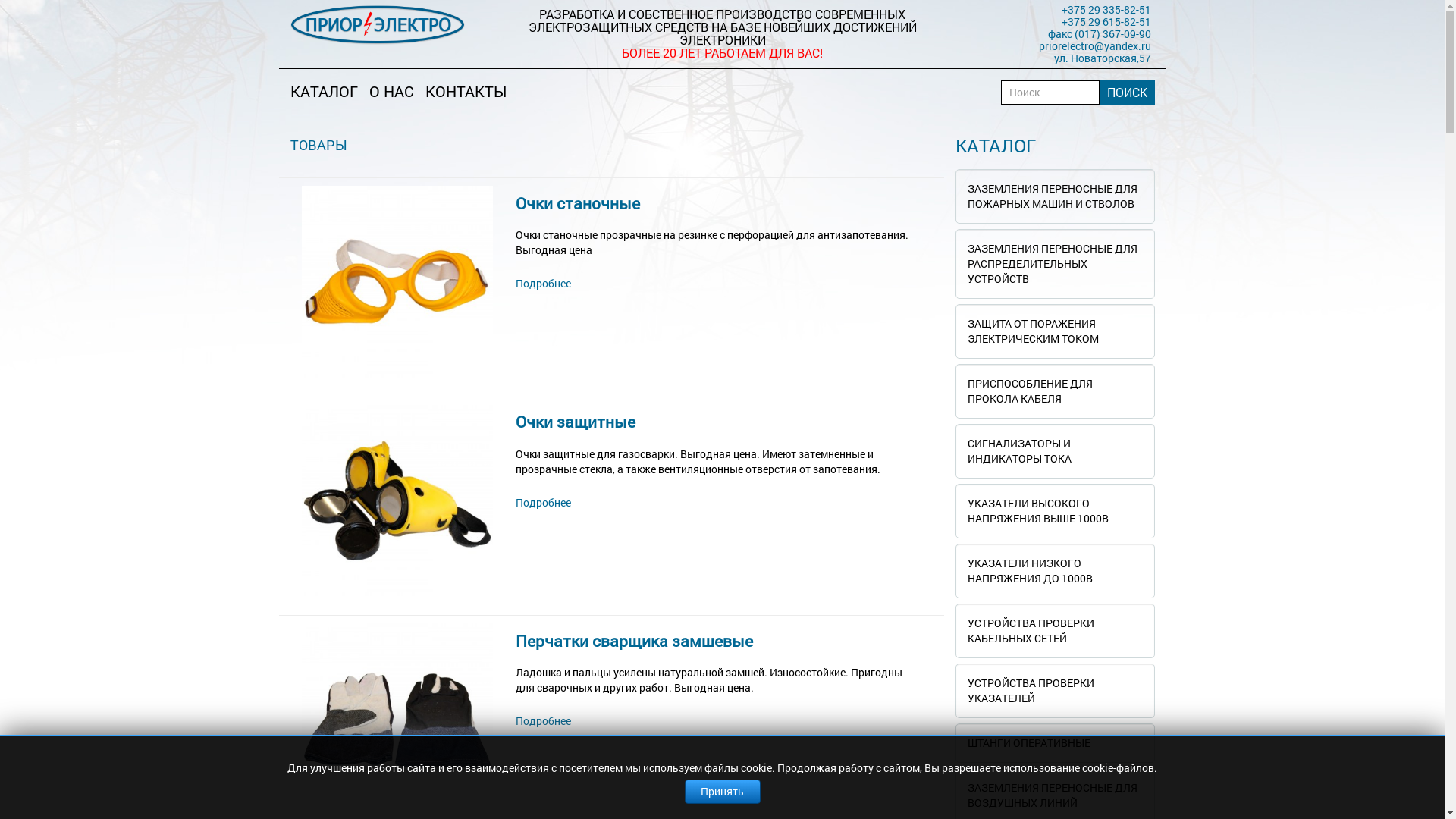 Image resolution: width=1456 pixels, height=819 pixels. Describe the element at coordinates (1095, 45) in the screenshot. I see `'priorelectro@yandex.ru'` at that location.